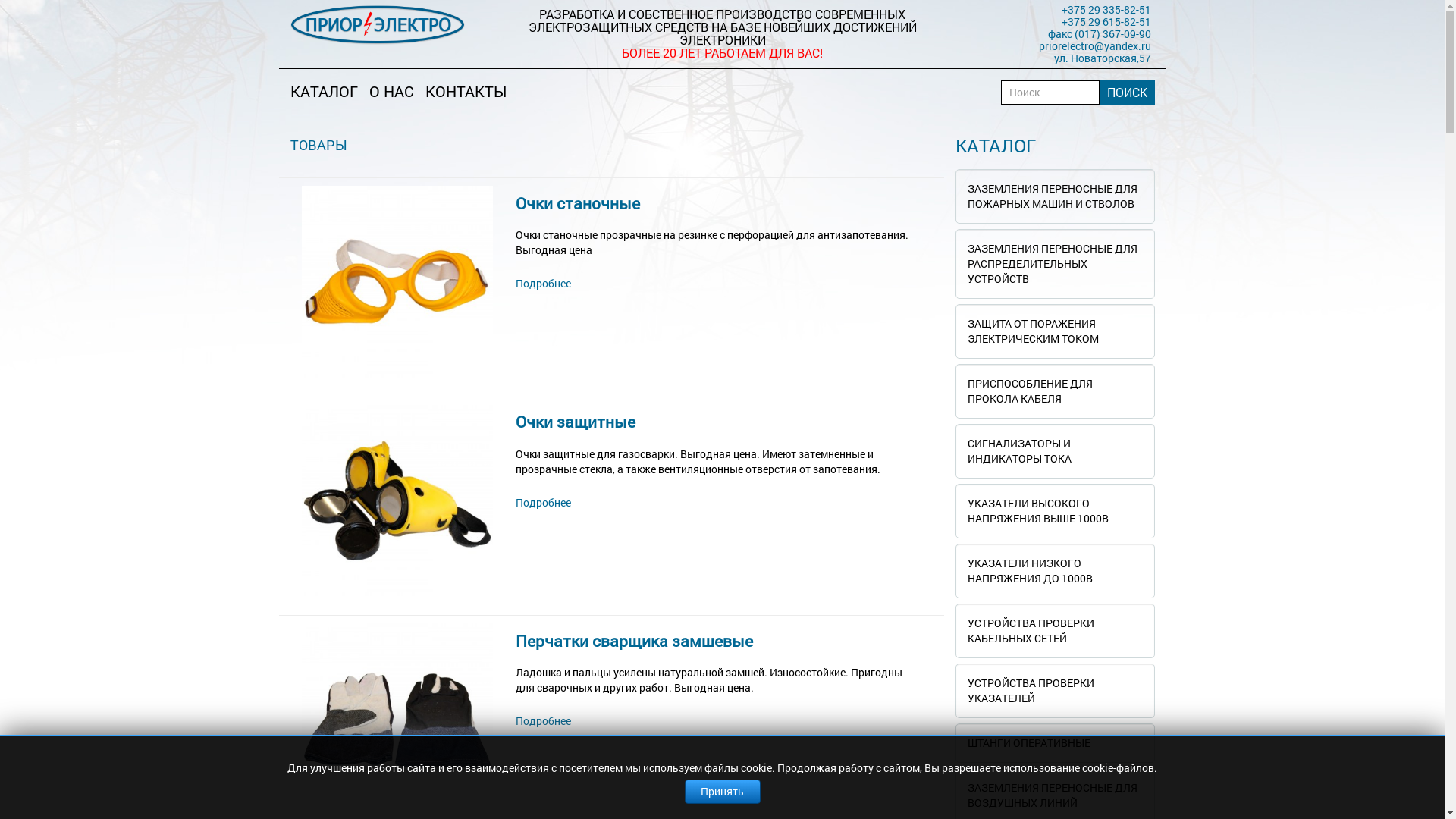 Image resolution: width=1456 pixels, height=819 pixels. Describe the element at coordinates (1095, 45) in the screenshot. I see `'priorelectro@yandex.ru'` at that location.